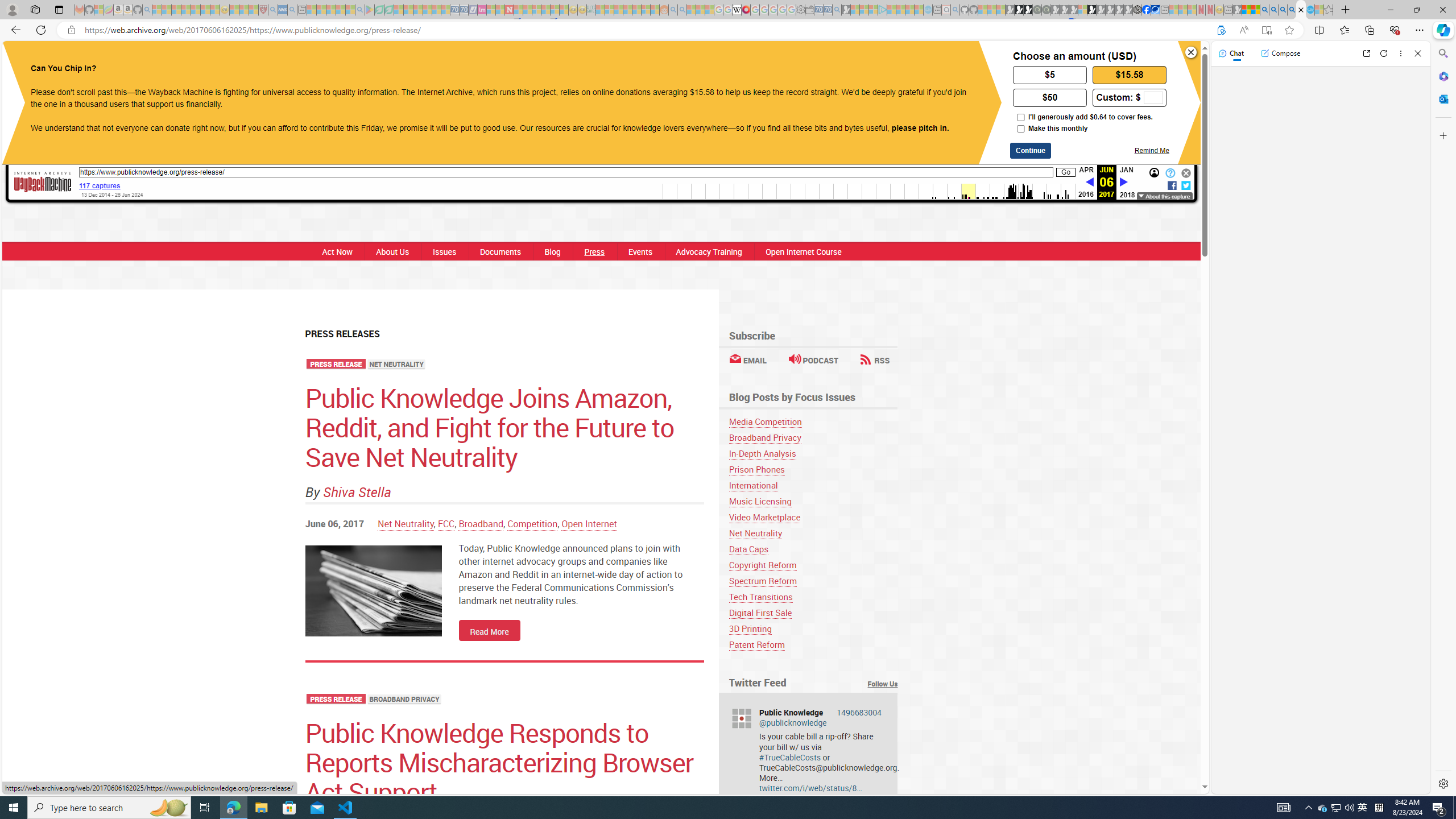  What do you see at coordinates (42, 181) in the screenshot?
I see `'Wayback Machine'` at bounding box center [42, 181].